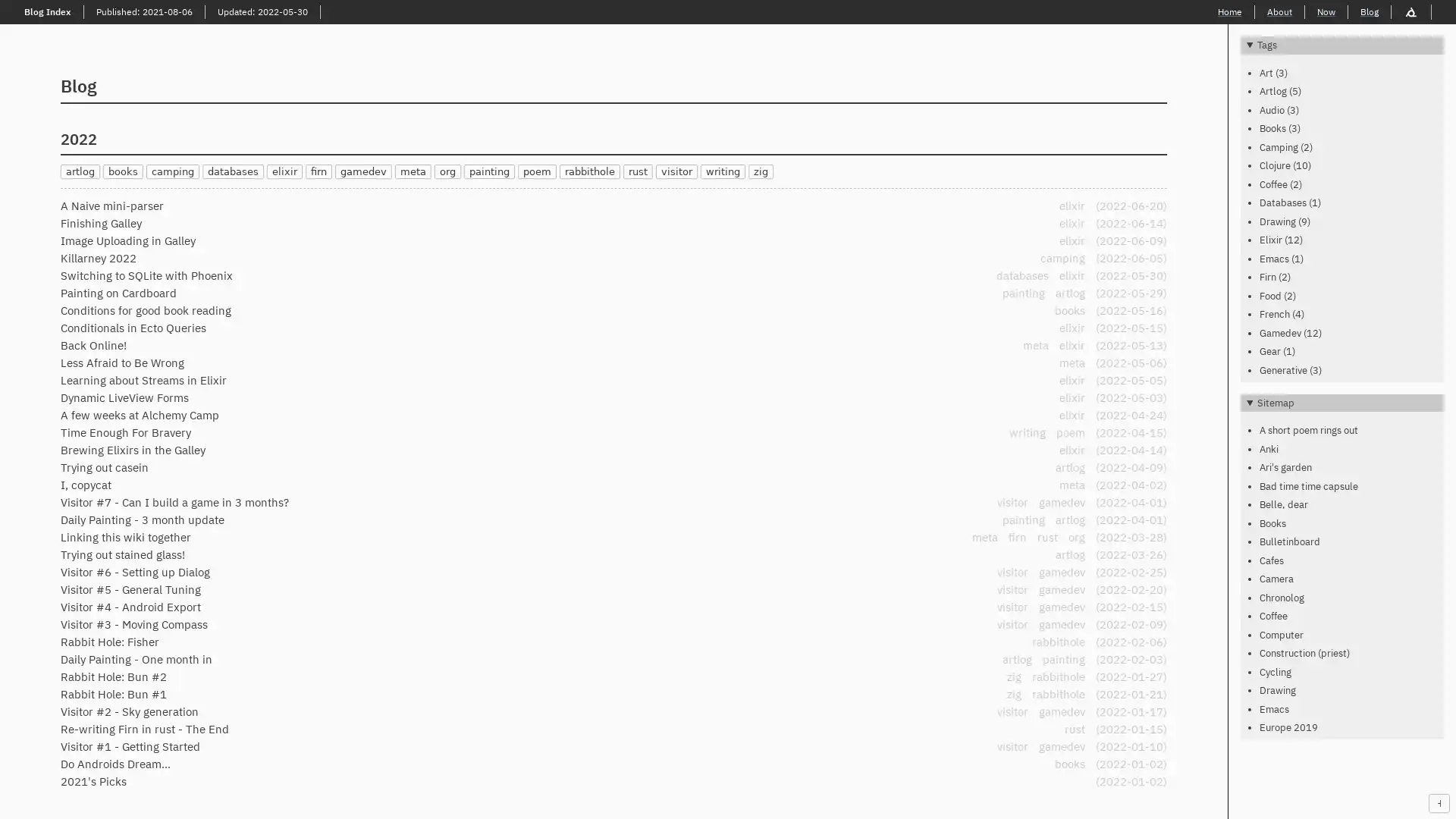  What do you see at coordinates (761, 171) in the screenshot?
I see `zig` at bounding box center [761, 171].